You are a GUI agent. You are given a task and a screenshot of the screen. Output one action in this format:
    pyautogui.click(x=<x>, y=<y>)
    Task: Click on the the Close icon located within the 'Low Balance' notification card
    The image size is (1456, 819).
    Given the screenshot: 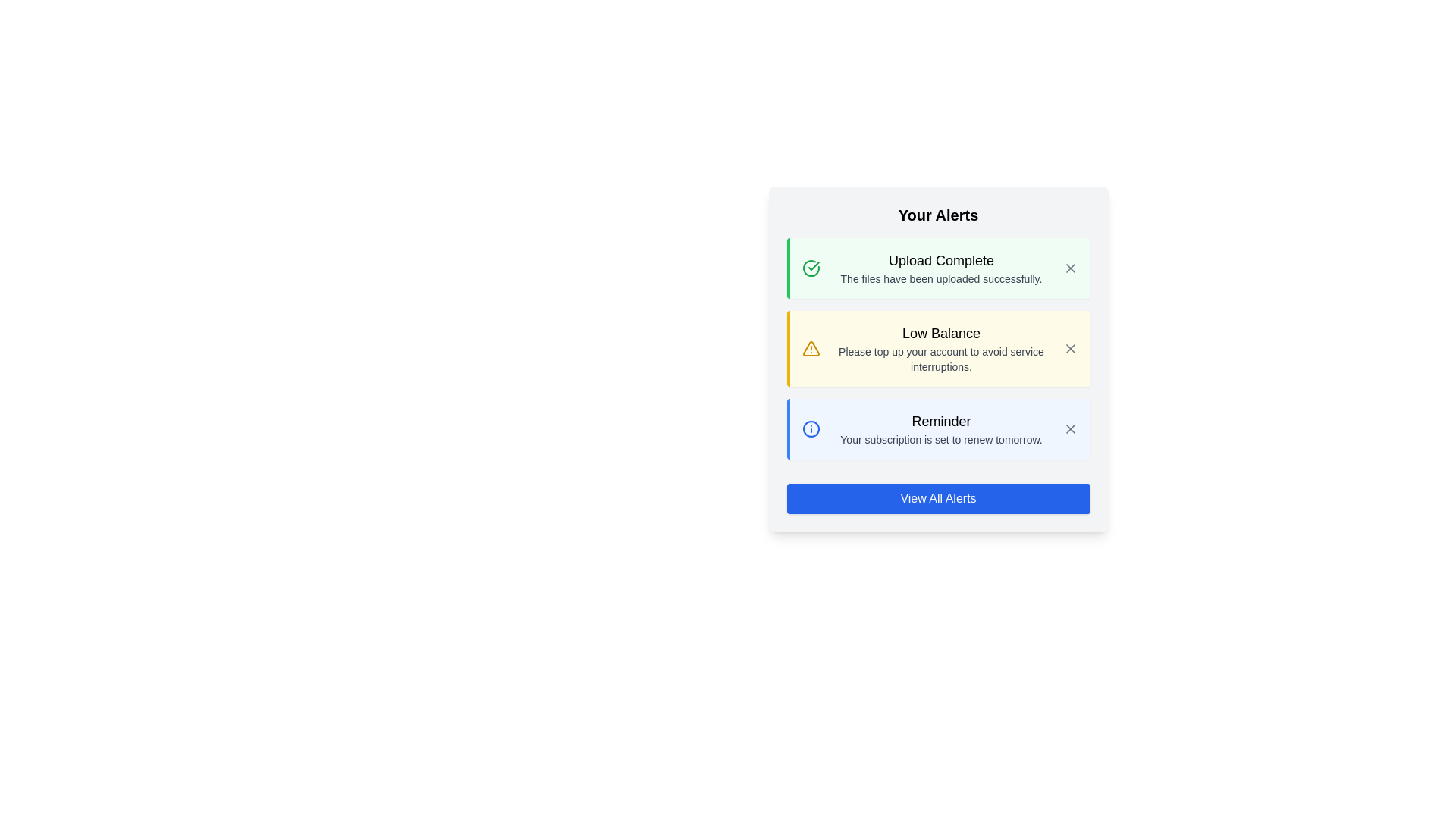 What is the action you would take?
    pyautogui.click(x=1069, y=348)
    